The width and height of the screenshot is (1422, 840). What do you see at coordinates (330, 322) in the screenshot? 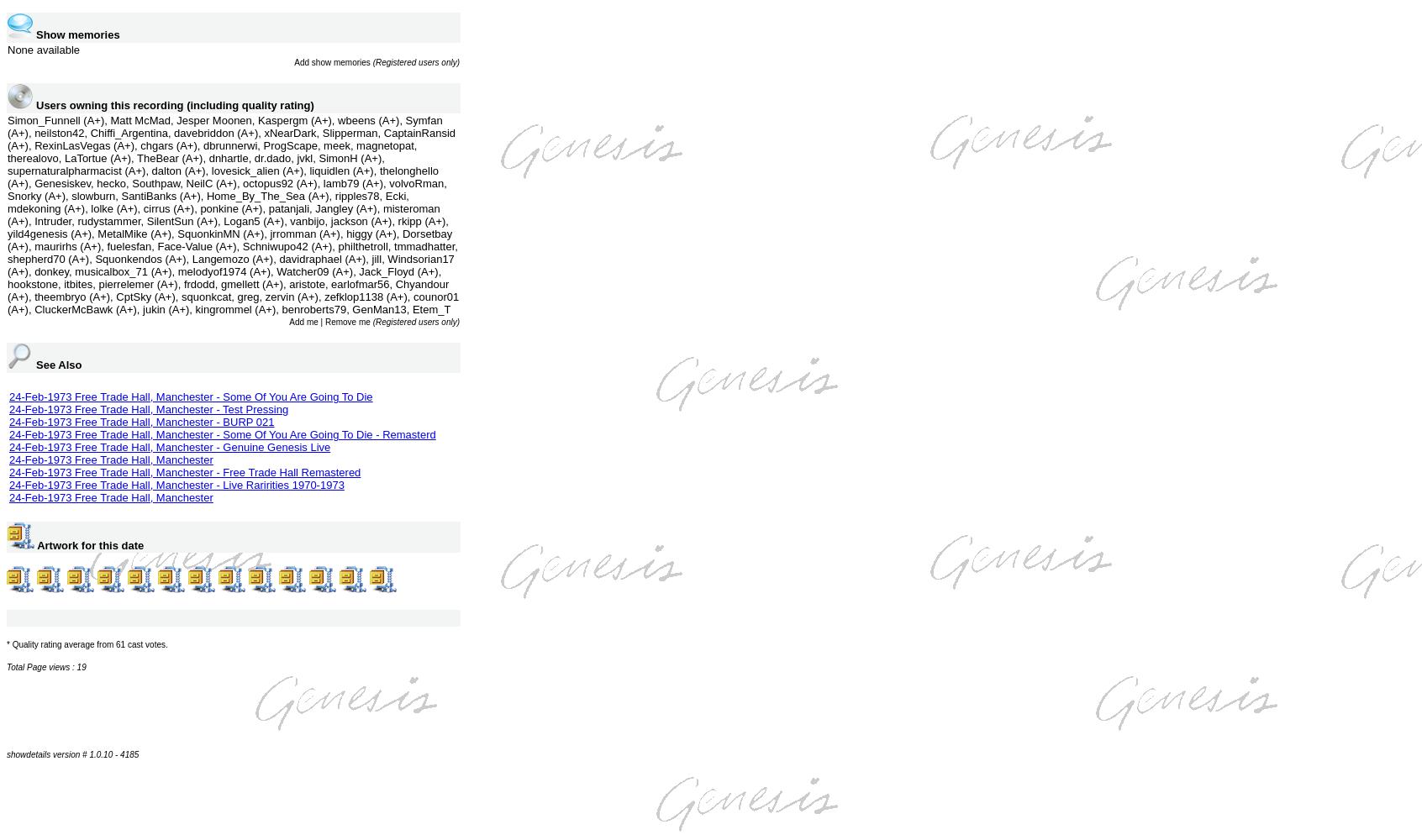
I see `'Add me | Remove me'` at bounding box center [330, 322].